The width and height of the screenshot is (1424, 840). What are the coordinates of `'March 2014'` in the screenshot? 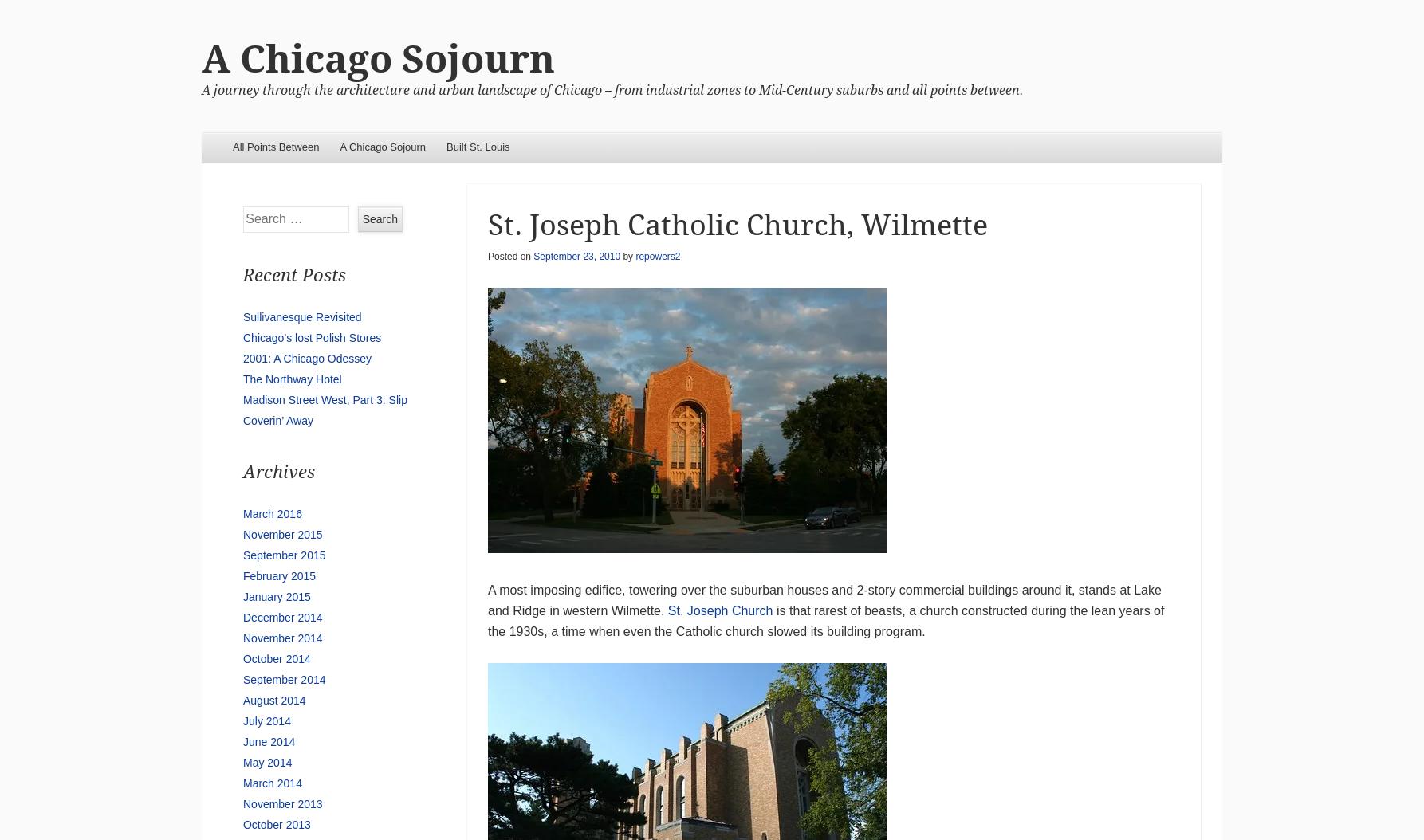 It's located at (271, 783).